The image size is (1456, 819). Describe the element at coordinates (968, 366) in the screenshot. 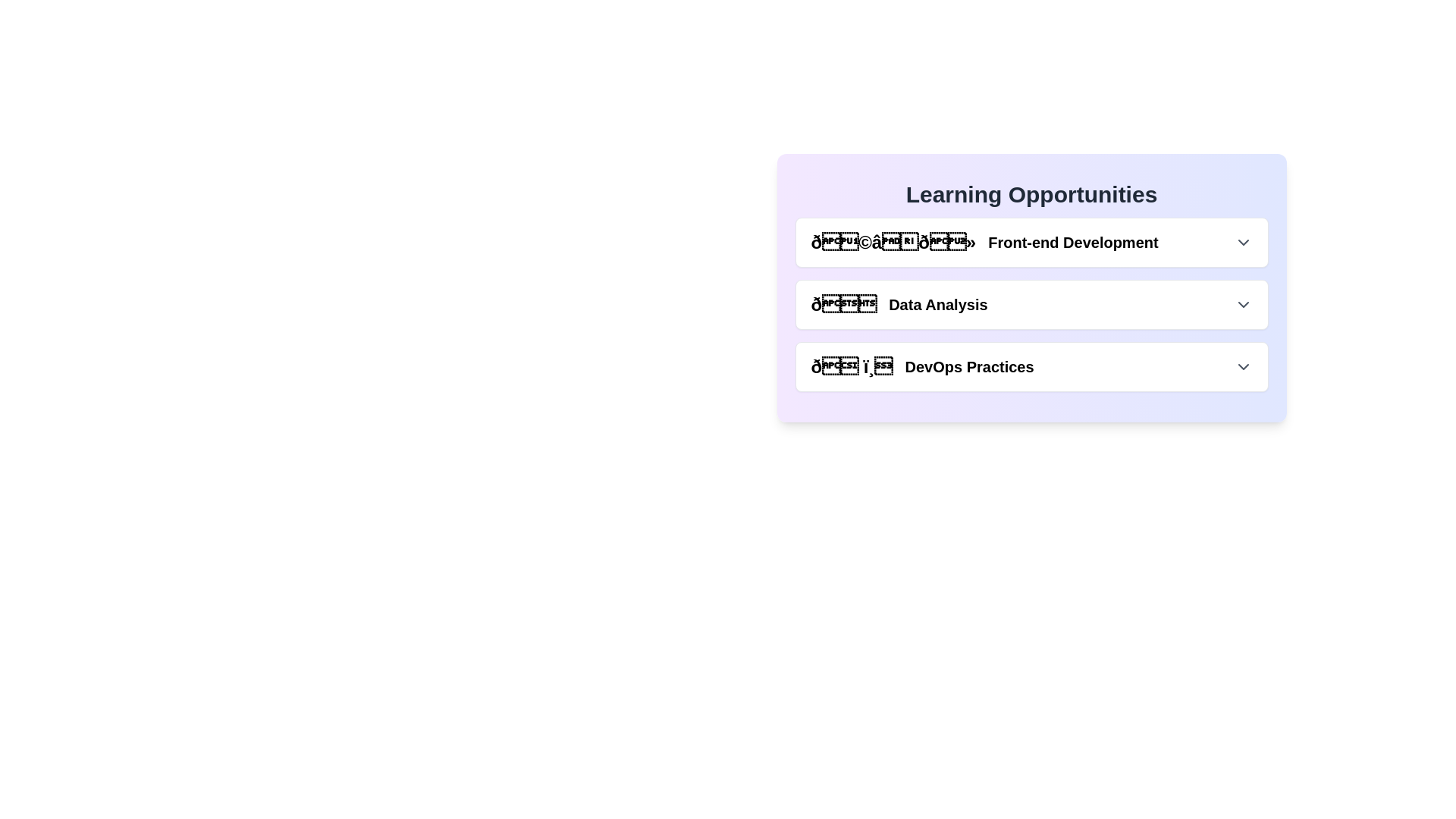

I see `the 'DevOps Practices' text label, which is styled in bold serif font and located within the 'Learning Opportunities' section` at that location.